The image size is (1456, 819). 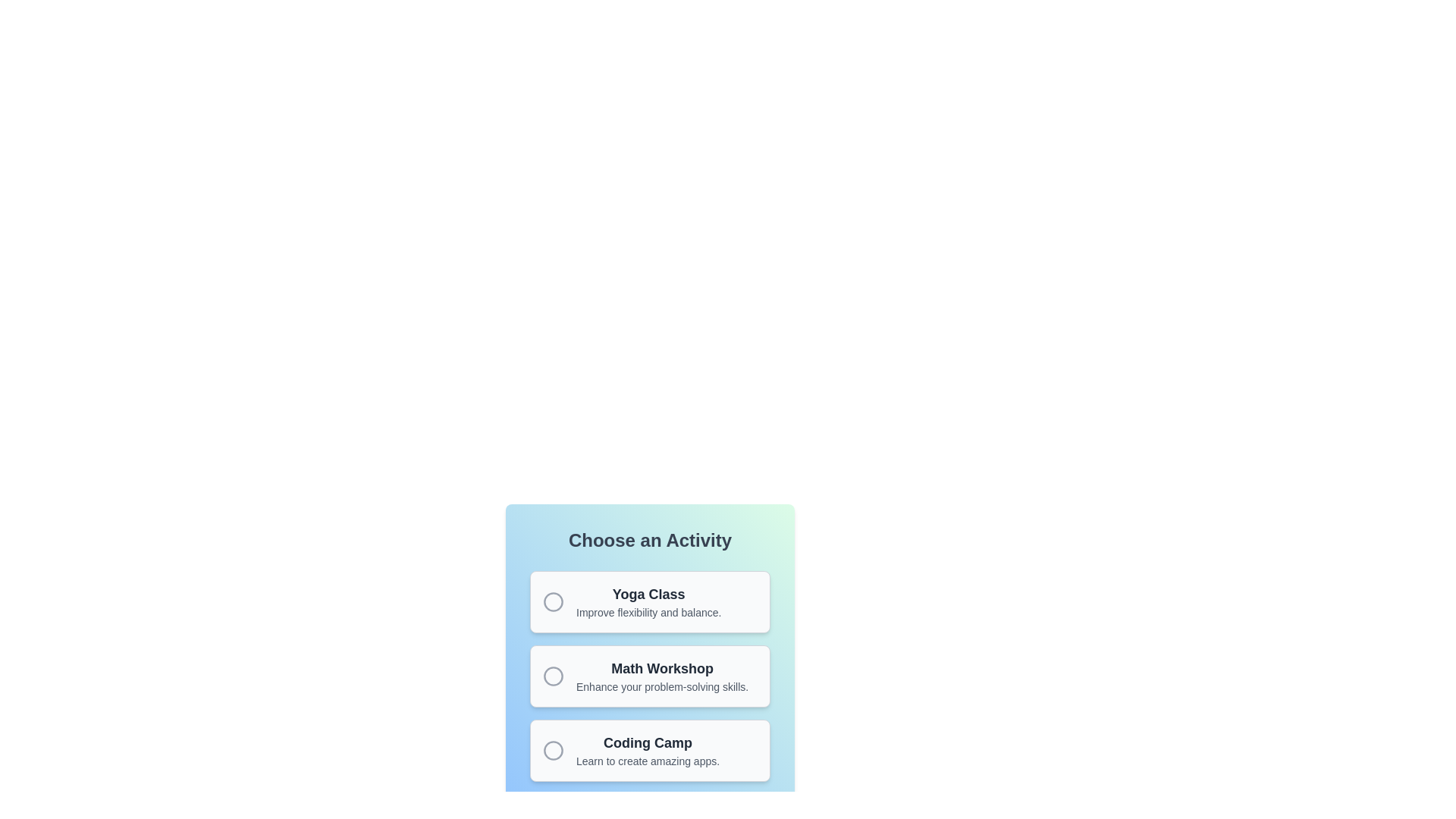 What do you see at coordinates (650, 601) in the screenshot?
I see `the 'Yoga Class' option in the selection list, which is the first item in a vertical list of three options` at bounding box center [650, 601].